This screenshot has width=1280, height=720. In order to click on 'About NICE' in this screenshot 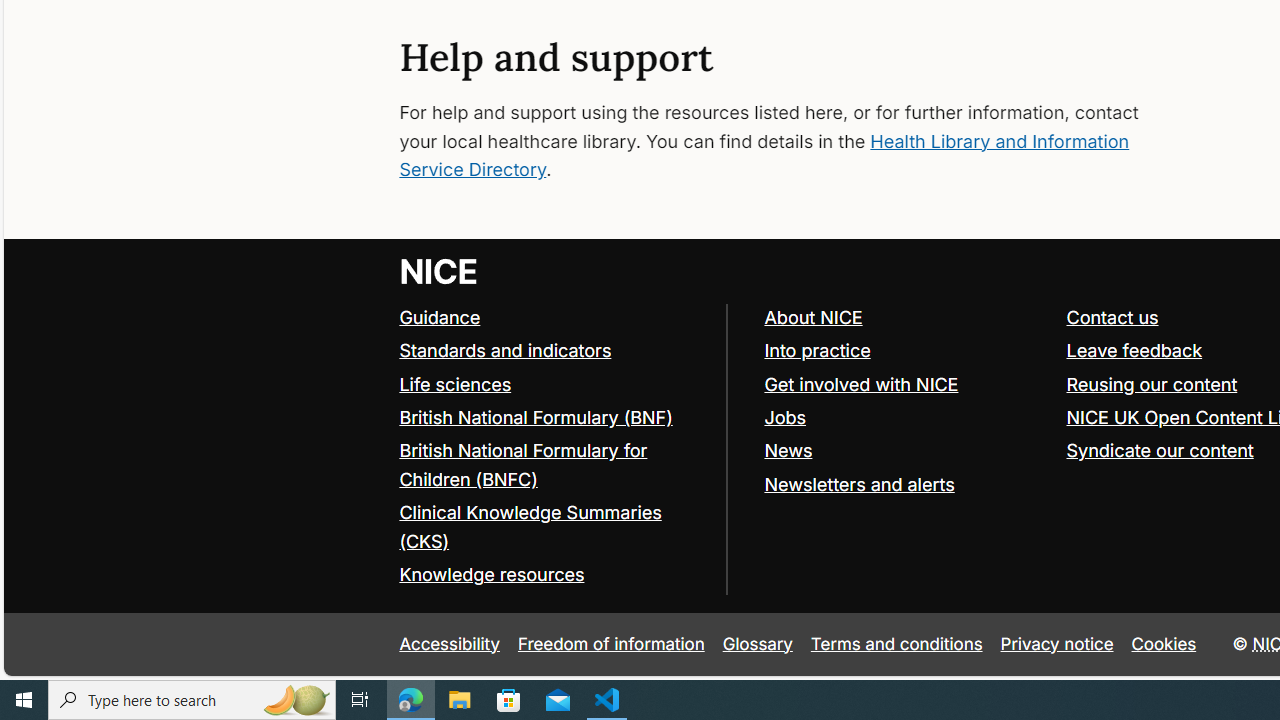, I will do `click(813, 316)`.